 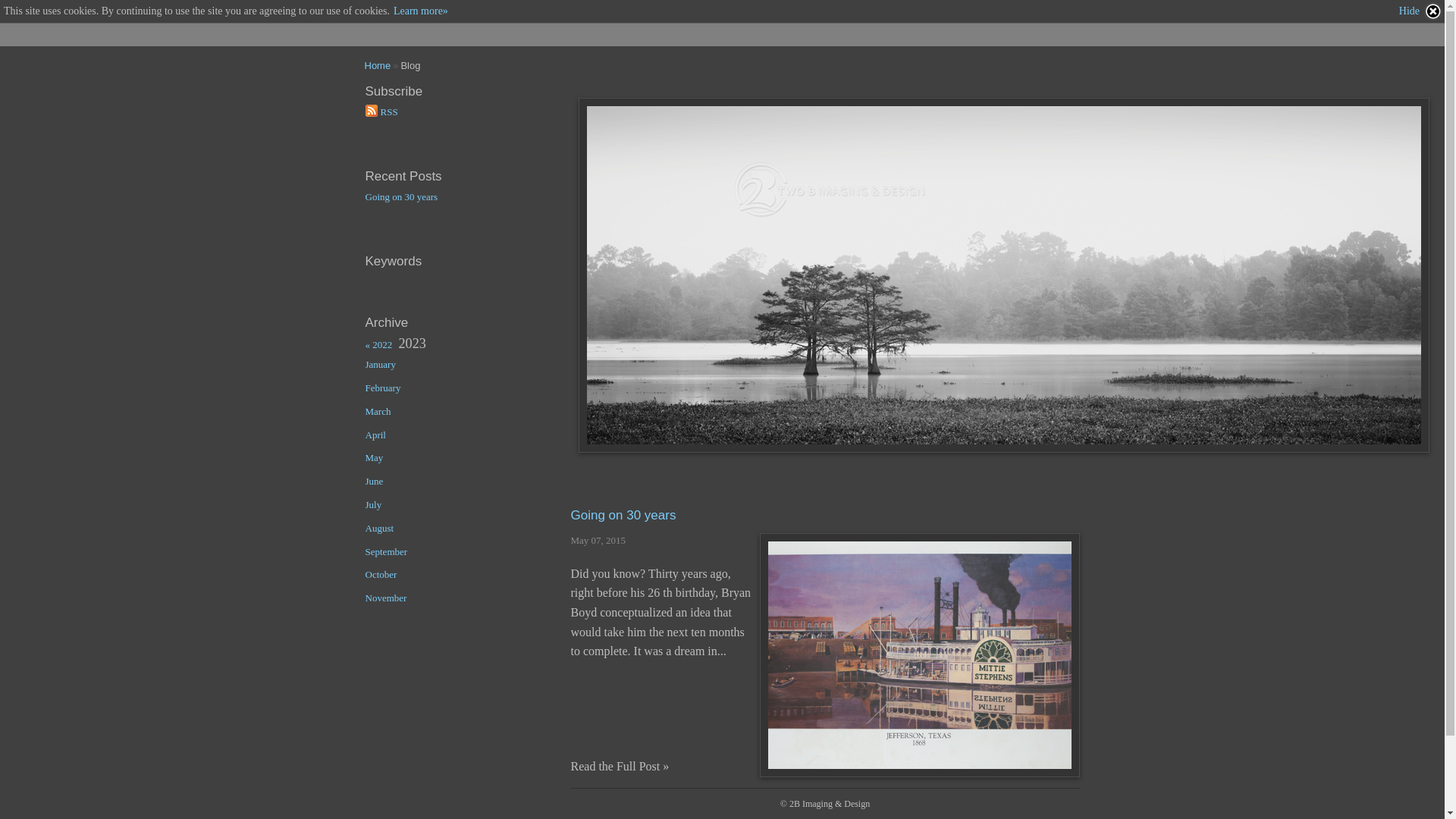 What do you see at coordinates (377, 64) in the screenshot?
I see `'Home'` at bounding box center [377, 64].